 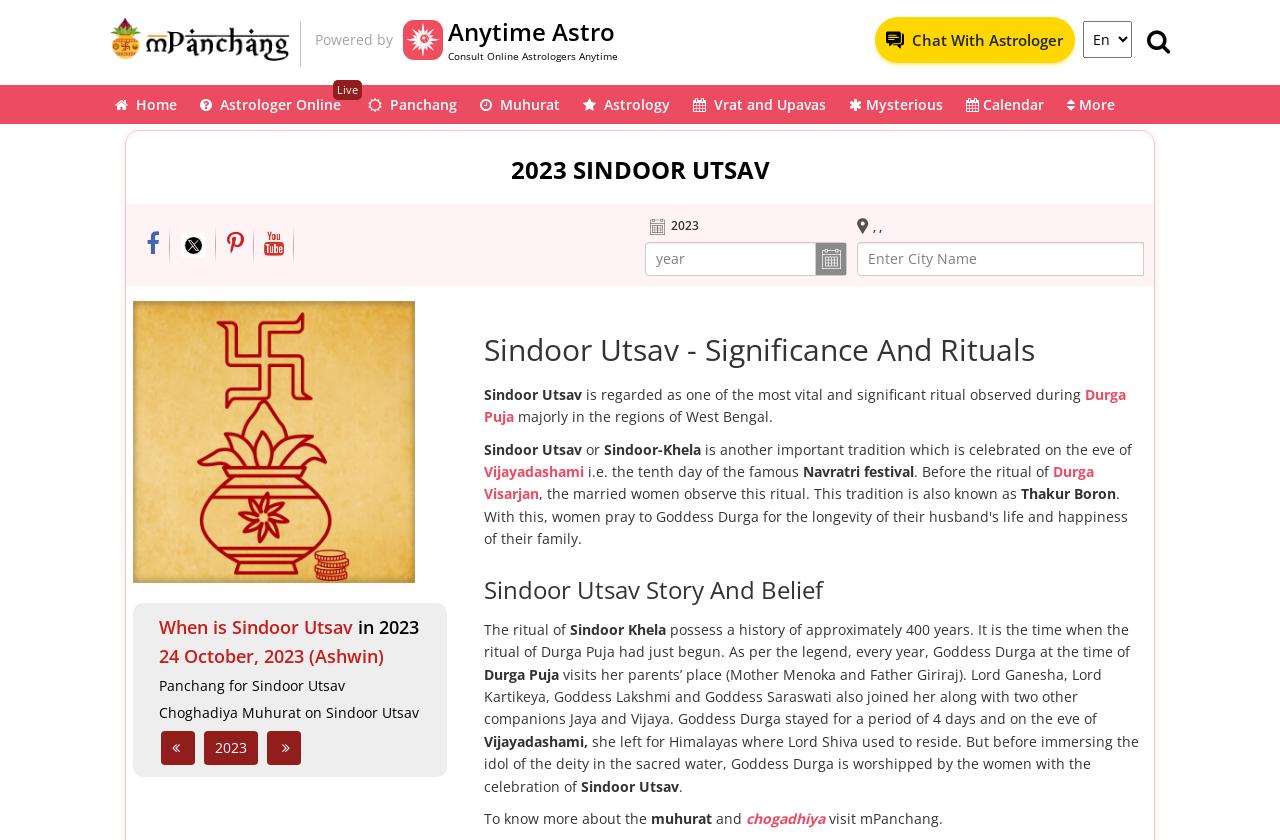 I want to click on '24 October, 2023 (Ashwin)', so click(x=270, y=655).